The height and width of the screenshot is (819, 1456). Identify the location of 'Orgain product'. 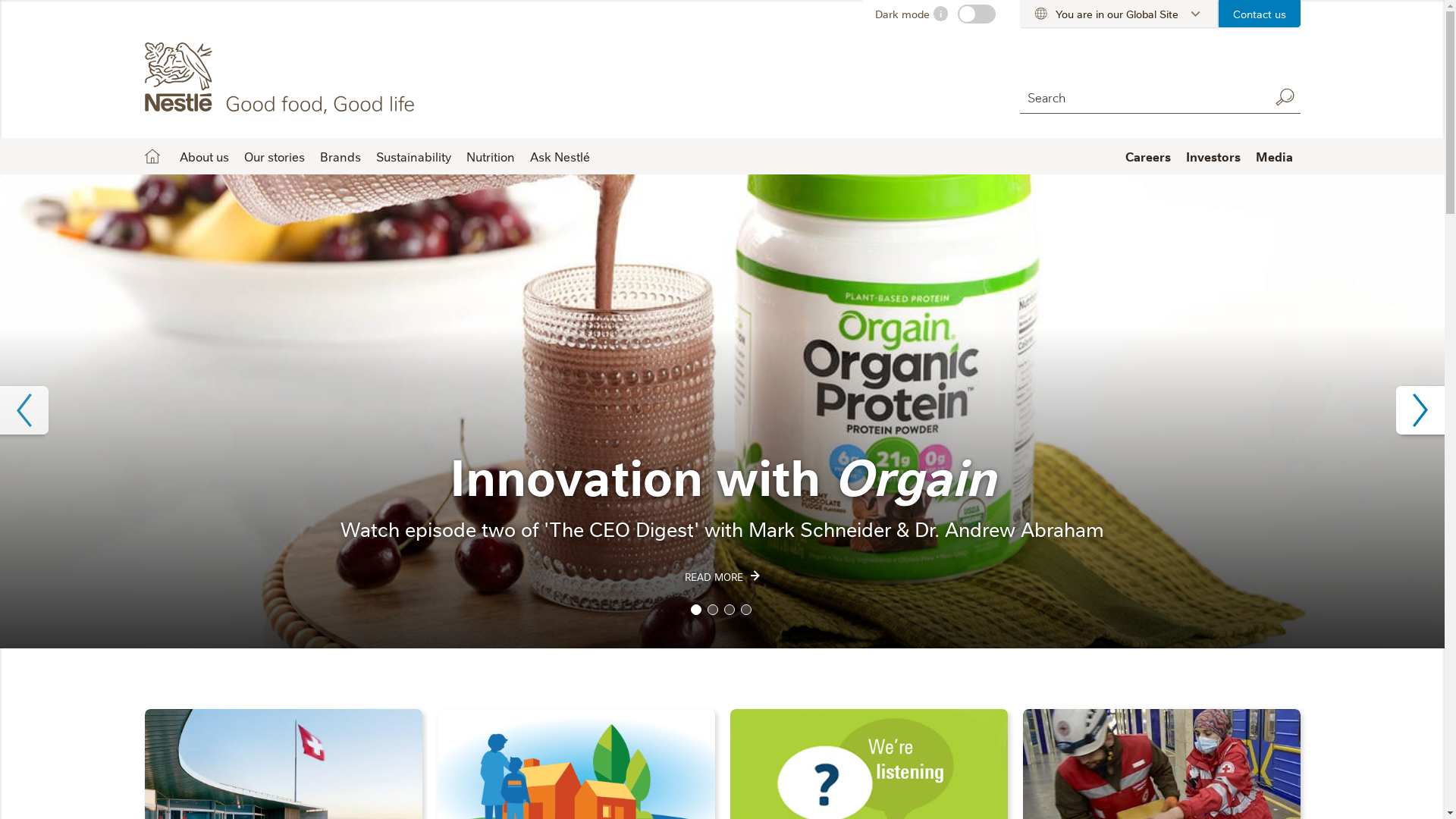
(721, 411).